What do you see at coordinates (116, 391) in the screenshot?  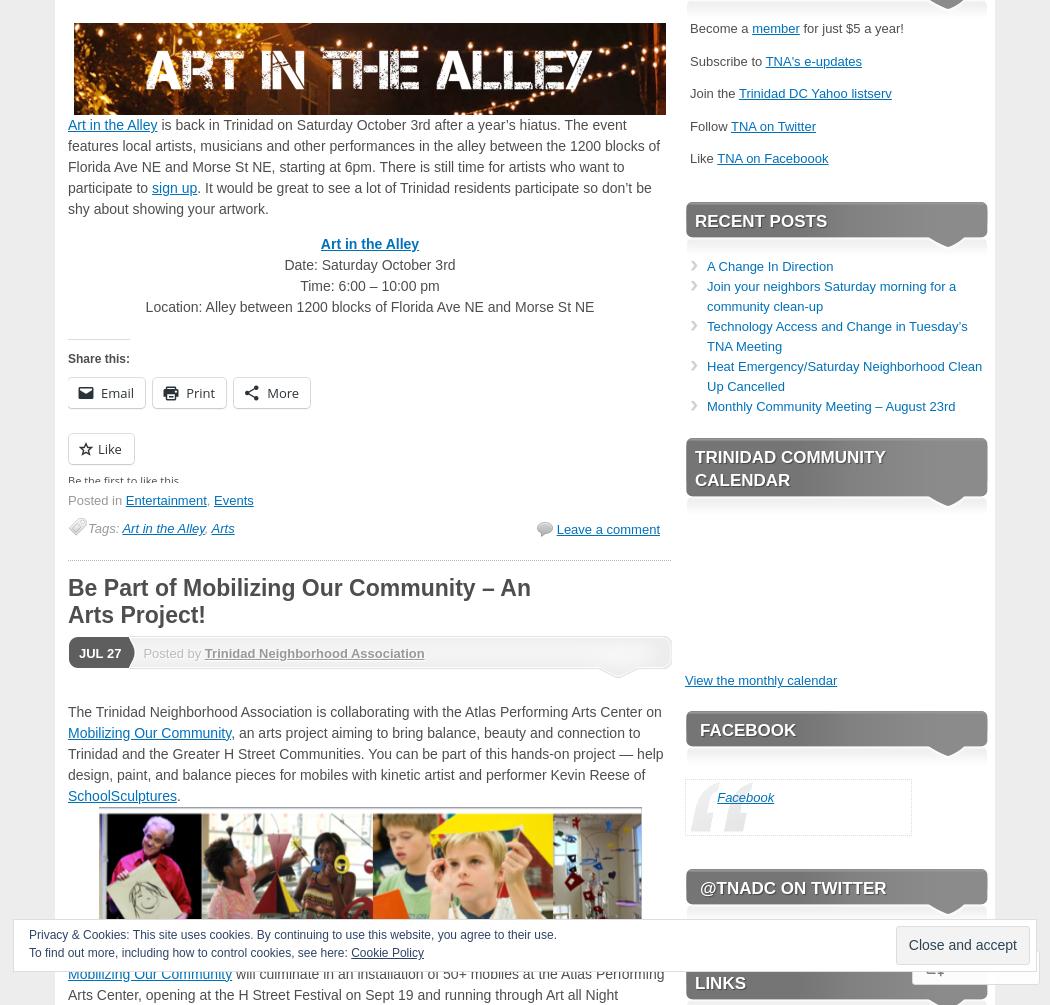 I see `'Email'` at bounding box center [116, 391].